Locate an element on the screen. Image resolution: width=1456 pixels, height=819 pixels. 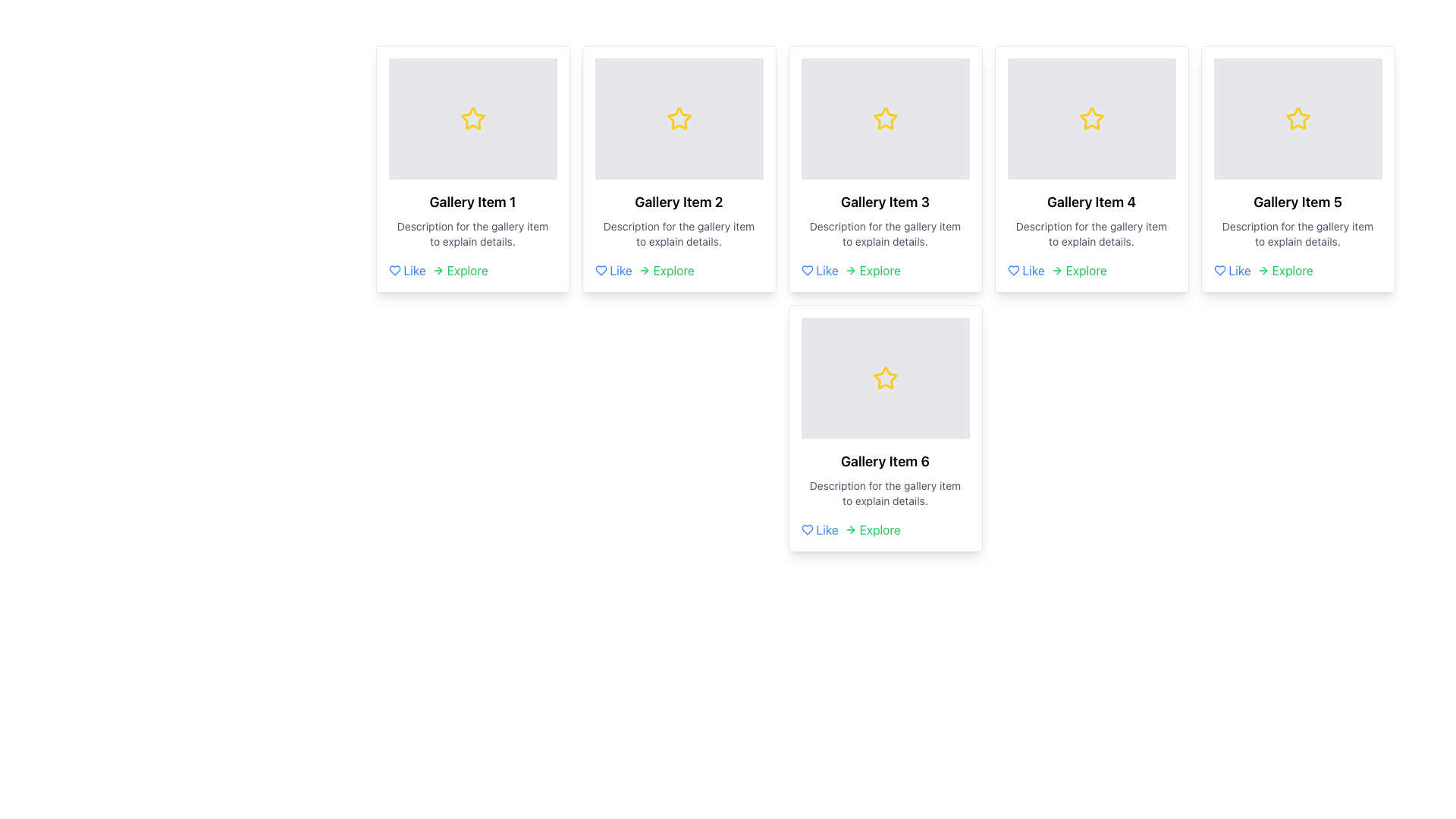
the star icon located at the top of 'Gallery Item 1' to indicate a favorite or rating is located at coordinates (472, 118).